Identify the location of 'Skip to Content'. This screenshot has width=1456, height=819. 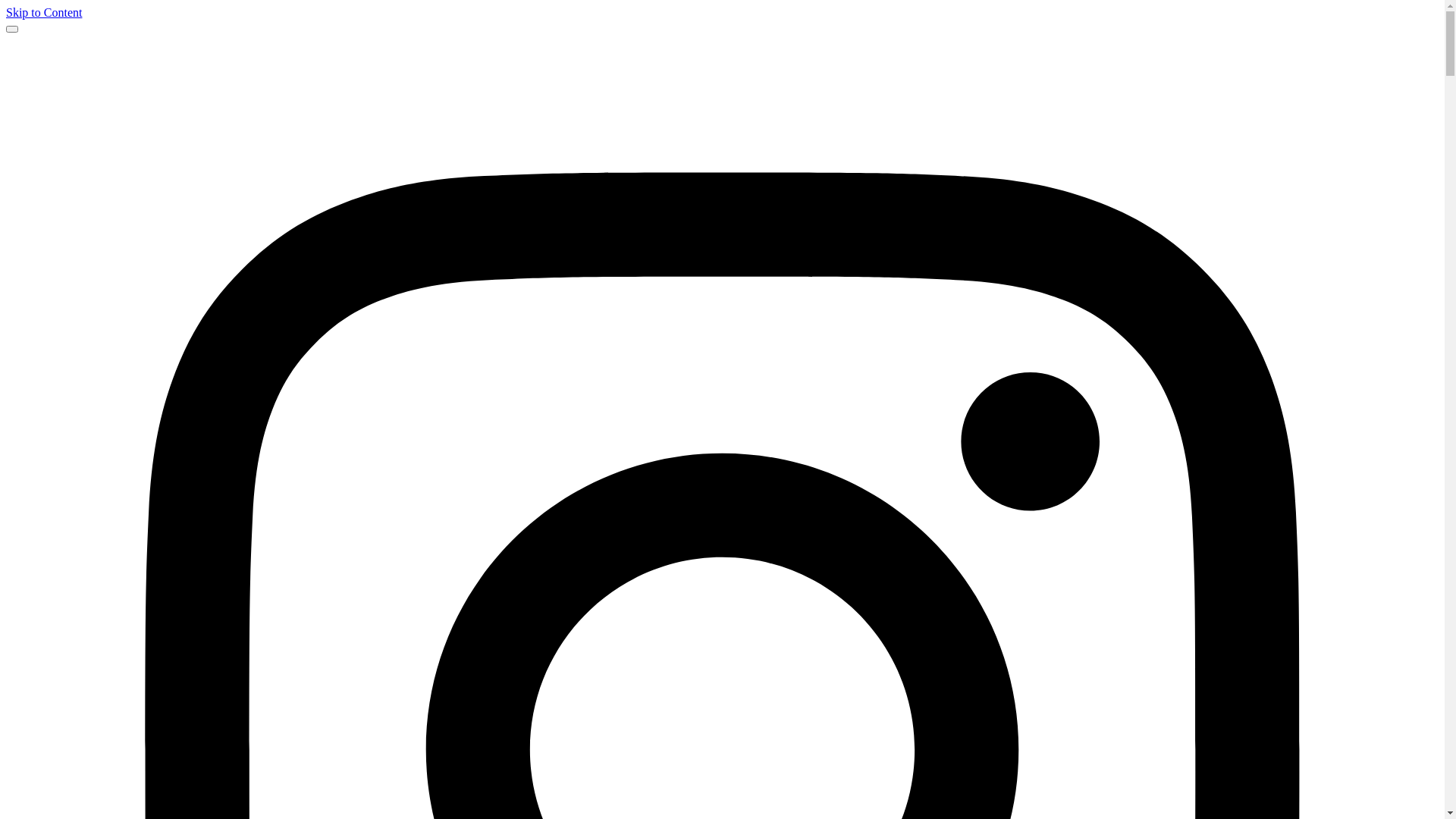
(6, 12).